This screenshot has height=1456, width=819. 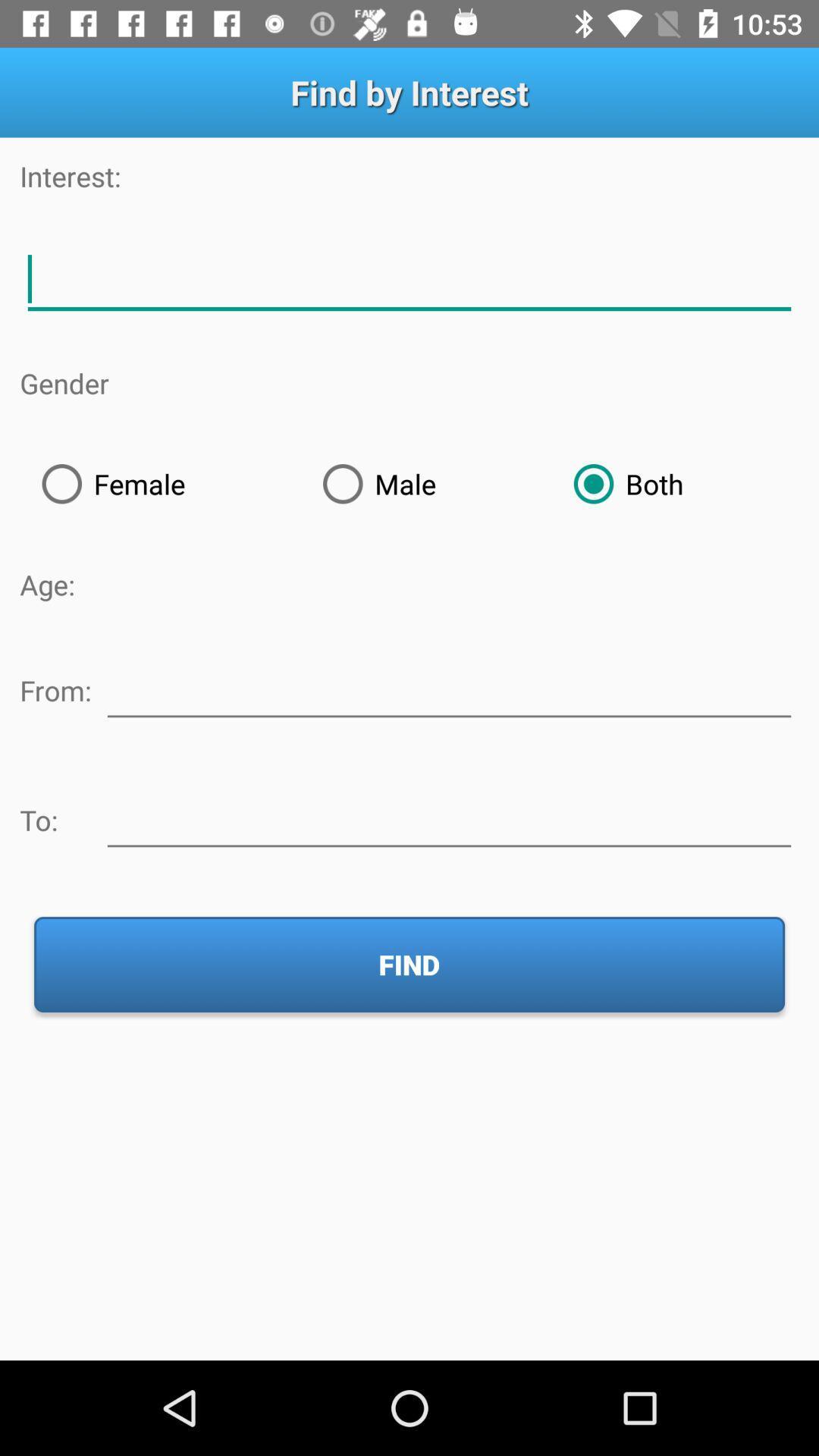 What do you see at coordinates (448, 687) in the screenshot?
I see `the minimum age for people you are searching here` at bounding box center [448, 687].